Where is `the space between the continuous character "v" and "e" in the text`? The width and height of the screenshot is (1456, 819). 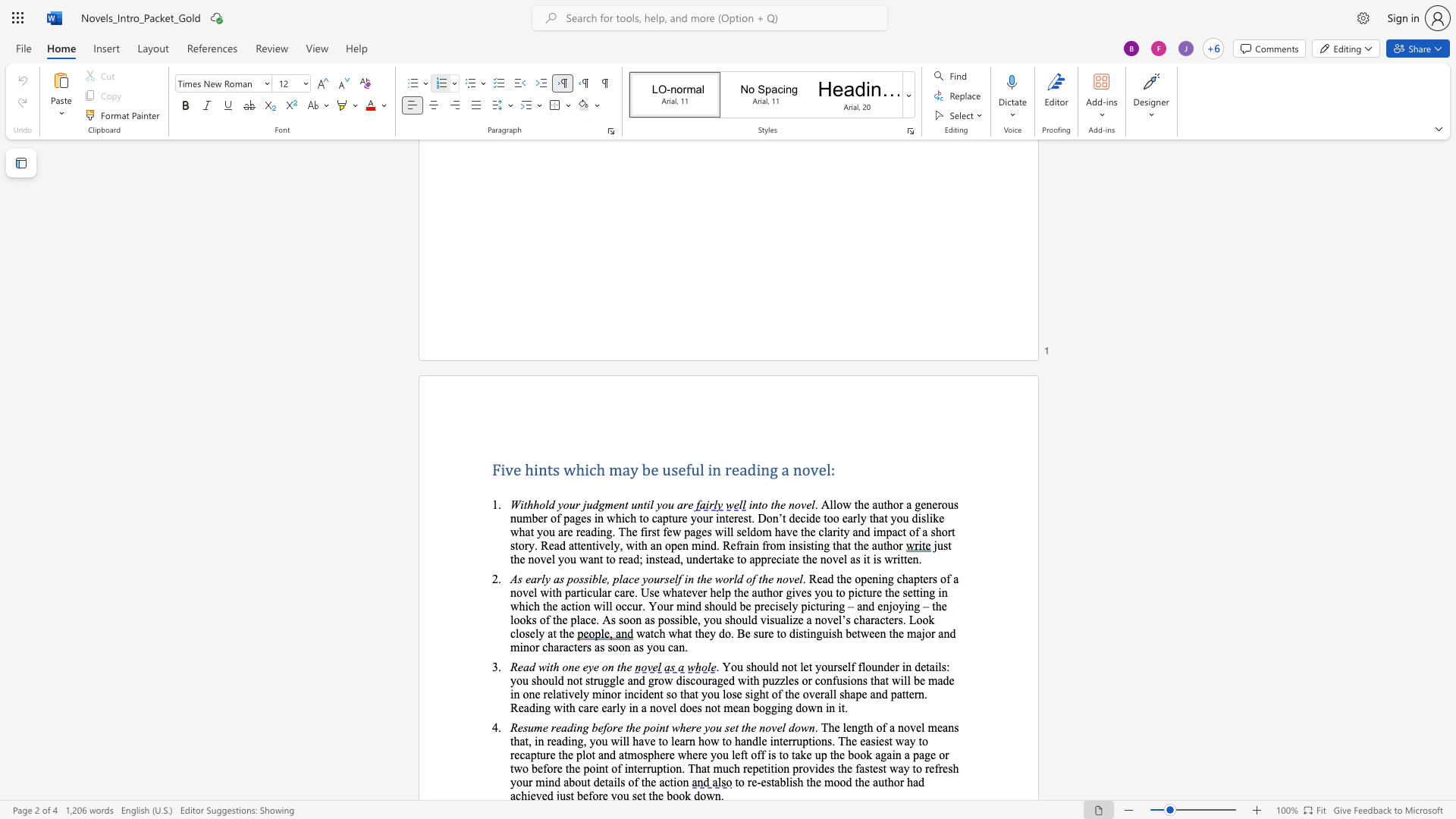 the space between the continuous character "v" and "e" in the text is located at coordinates (793, 579).